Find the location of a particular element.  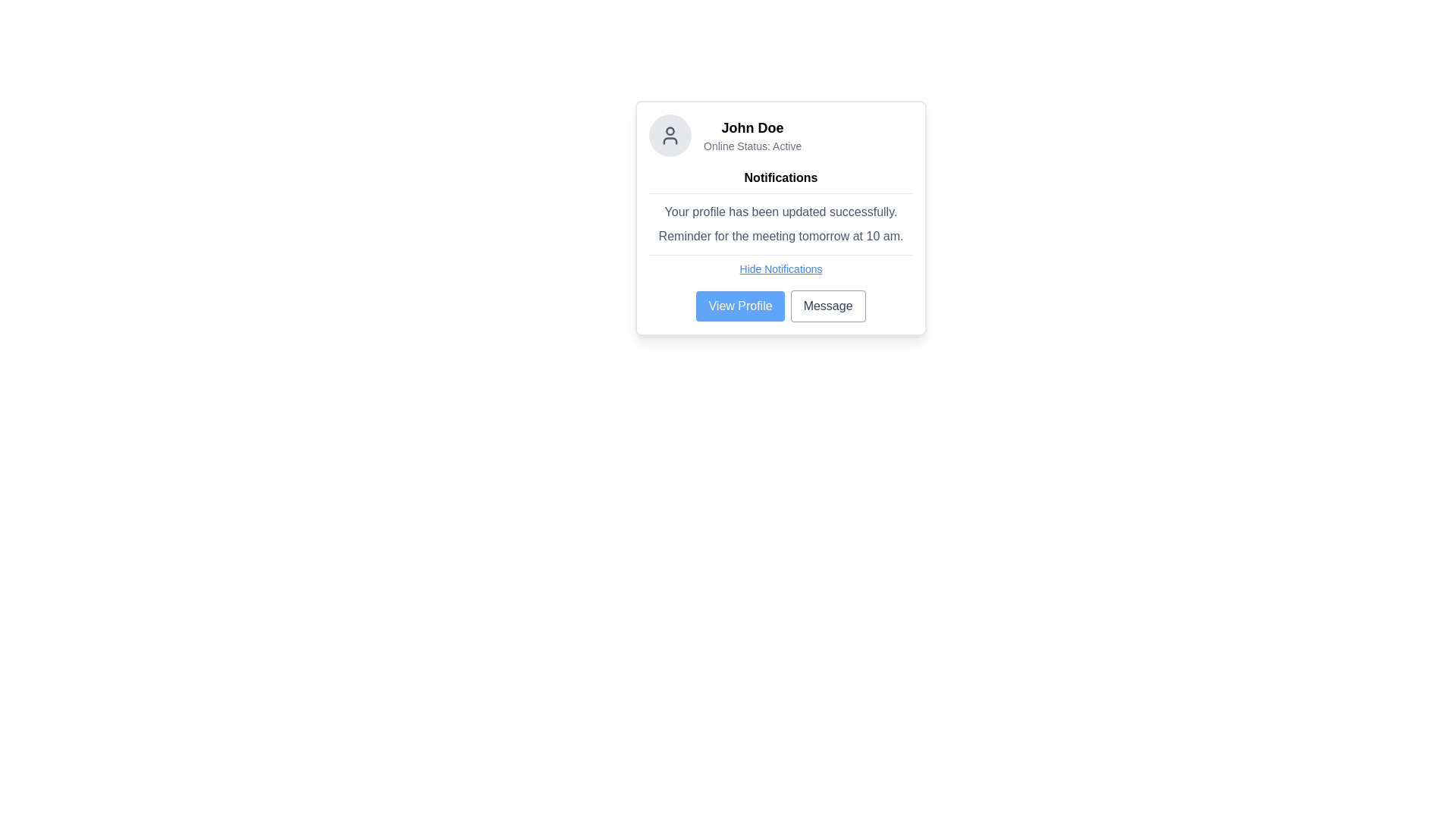

the notification area located below the 'Notifications' heading within the user profile card, which is the first block of text content after the title and is centrally aligned within the modal popup is located at coordinates (781, 224).